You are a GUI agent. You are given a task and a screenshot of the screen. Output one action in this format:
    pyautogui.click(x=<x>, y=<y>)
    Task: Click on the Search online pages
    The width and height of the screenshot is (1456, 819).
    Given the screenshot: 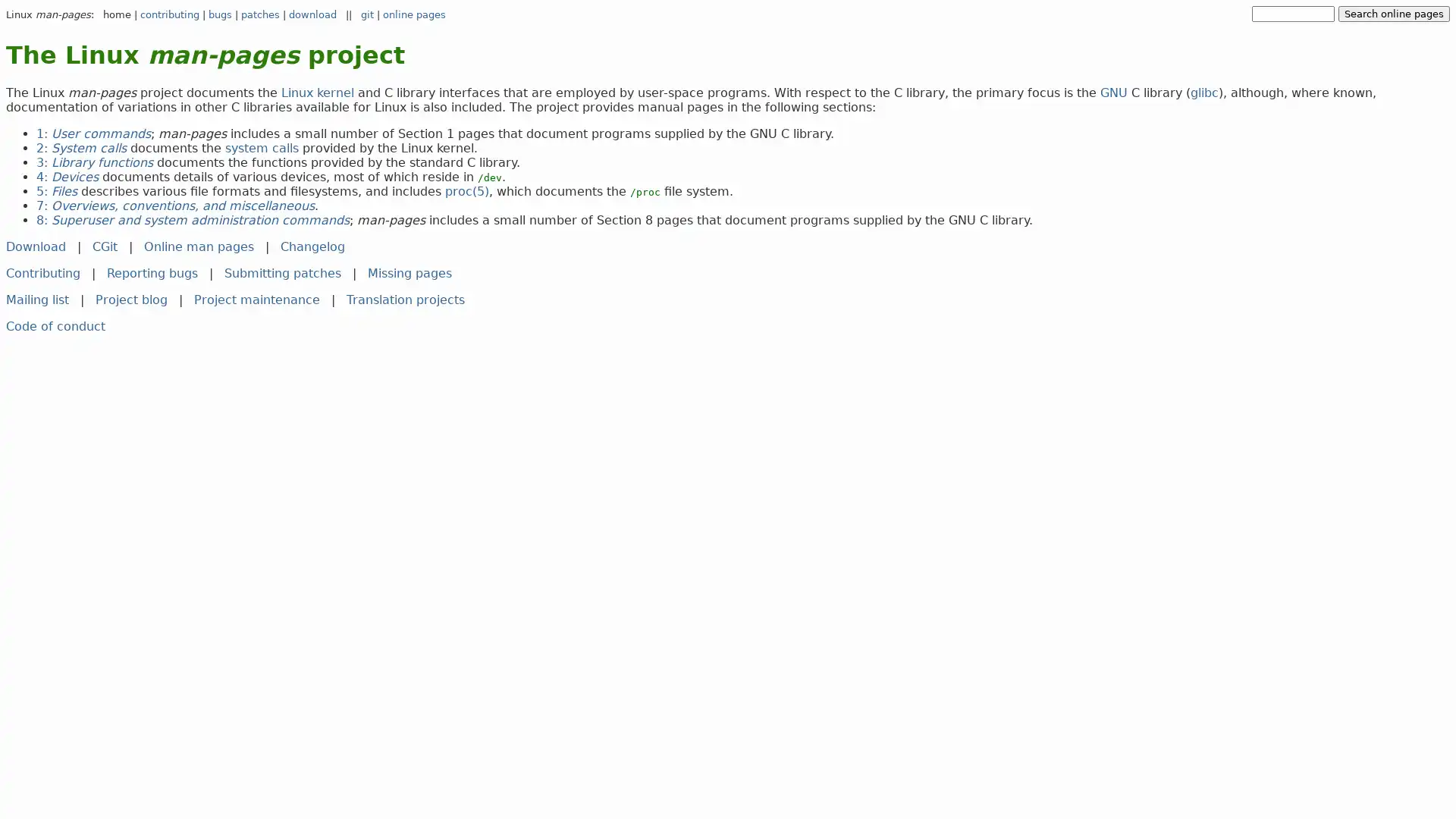 What is the action you would take?
    pyautogui.click(x=1394, y=14)
    